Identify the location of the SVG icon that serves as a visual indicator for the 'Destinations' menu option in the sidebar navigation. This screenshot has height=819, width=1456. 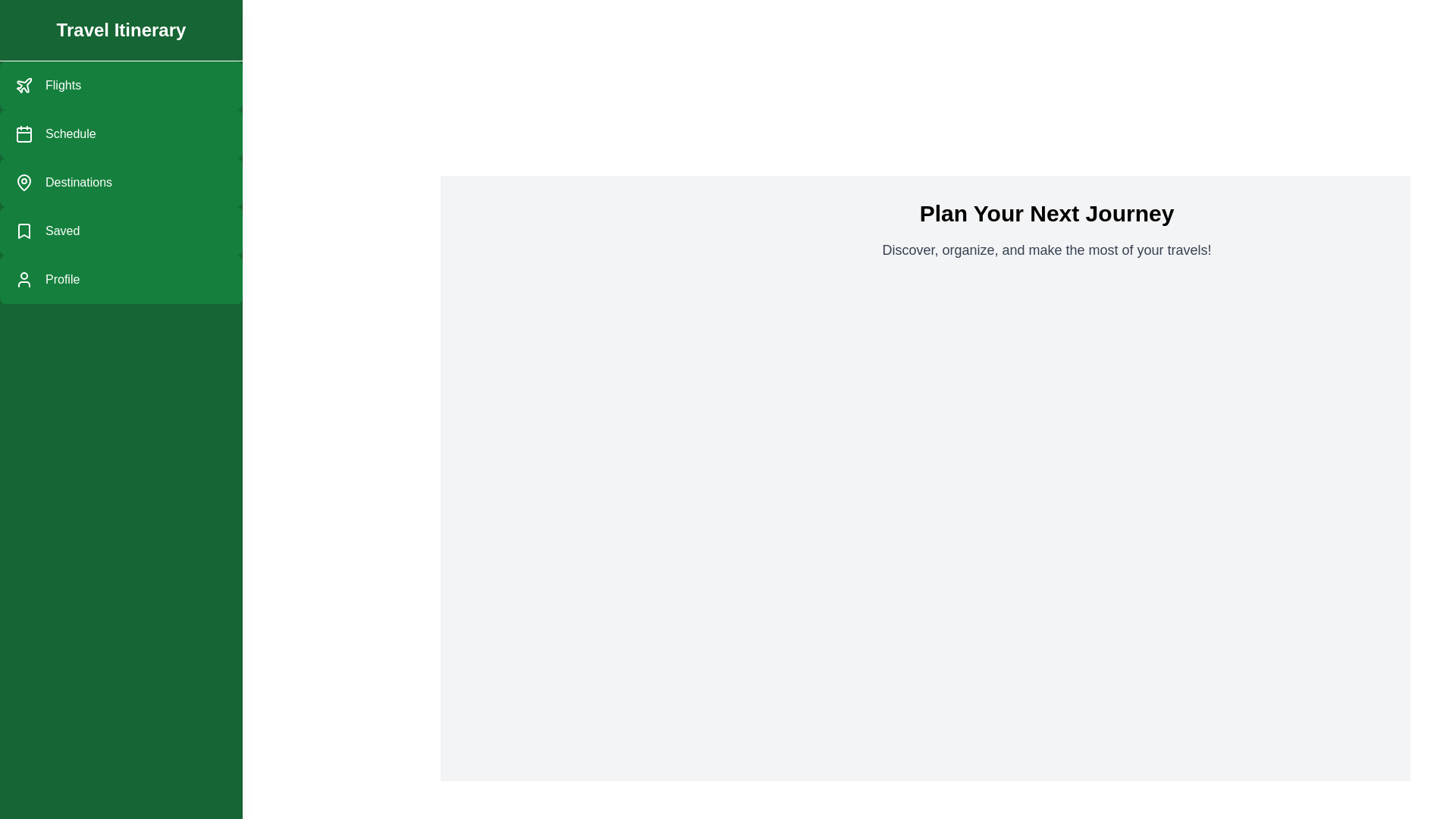
(24, 181).